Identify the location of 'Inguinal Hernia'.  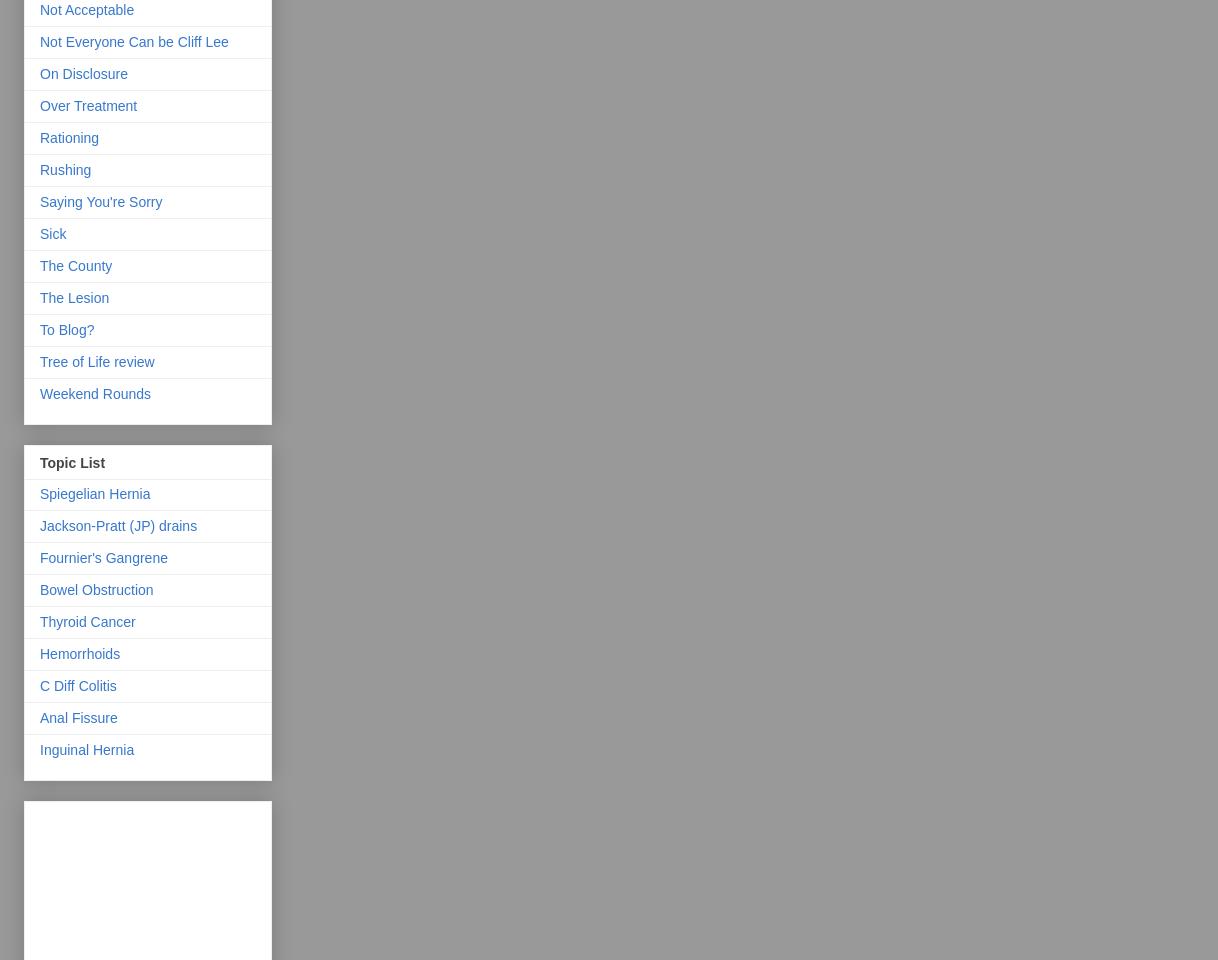
(85, 747).